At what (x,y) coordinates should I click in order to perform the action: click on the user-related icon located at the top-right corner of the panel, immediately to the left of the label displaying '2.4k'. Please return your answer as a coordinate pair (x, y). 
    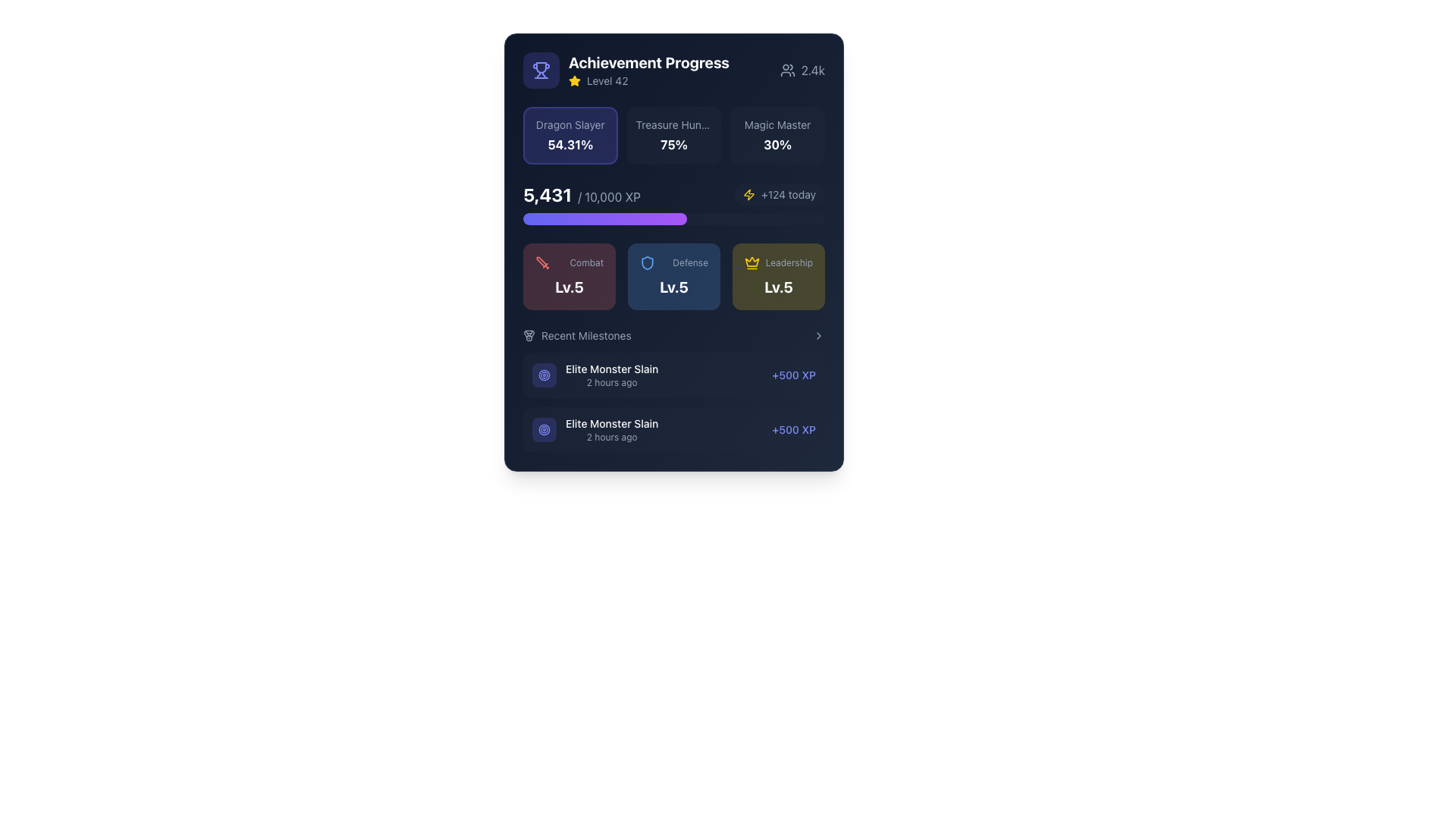
    Looking at the image, I should click on (787, 70).